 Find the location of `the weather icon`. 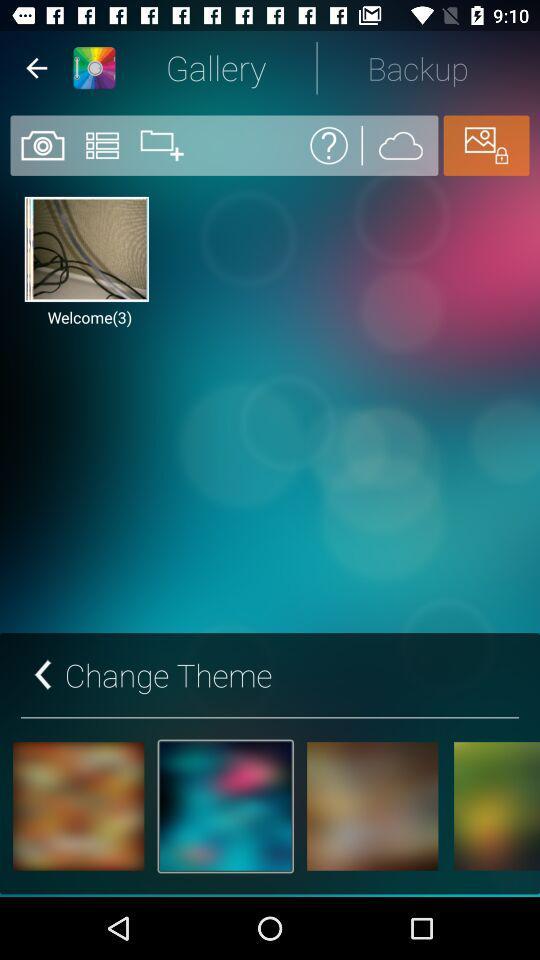

the weather icon is located at coordinates (400, 144).